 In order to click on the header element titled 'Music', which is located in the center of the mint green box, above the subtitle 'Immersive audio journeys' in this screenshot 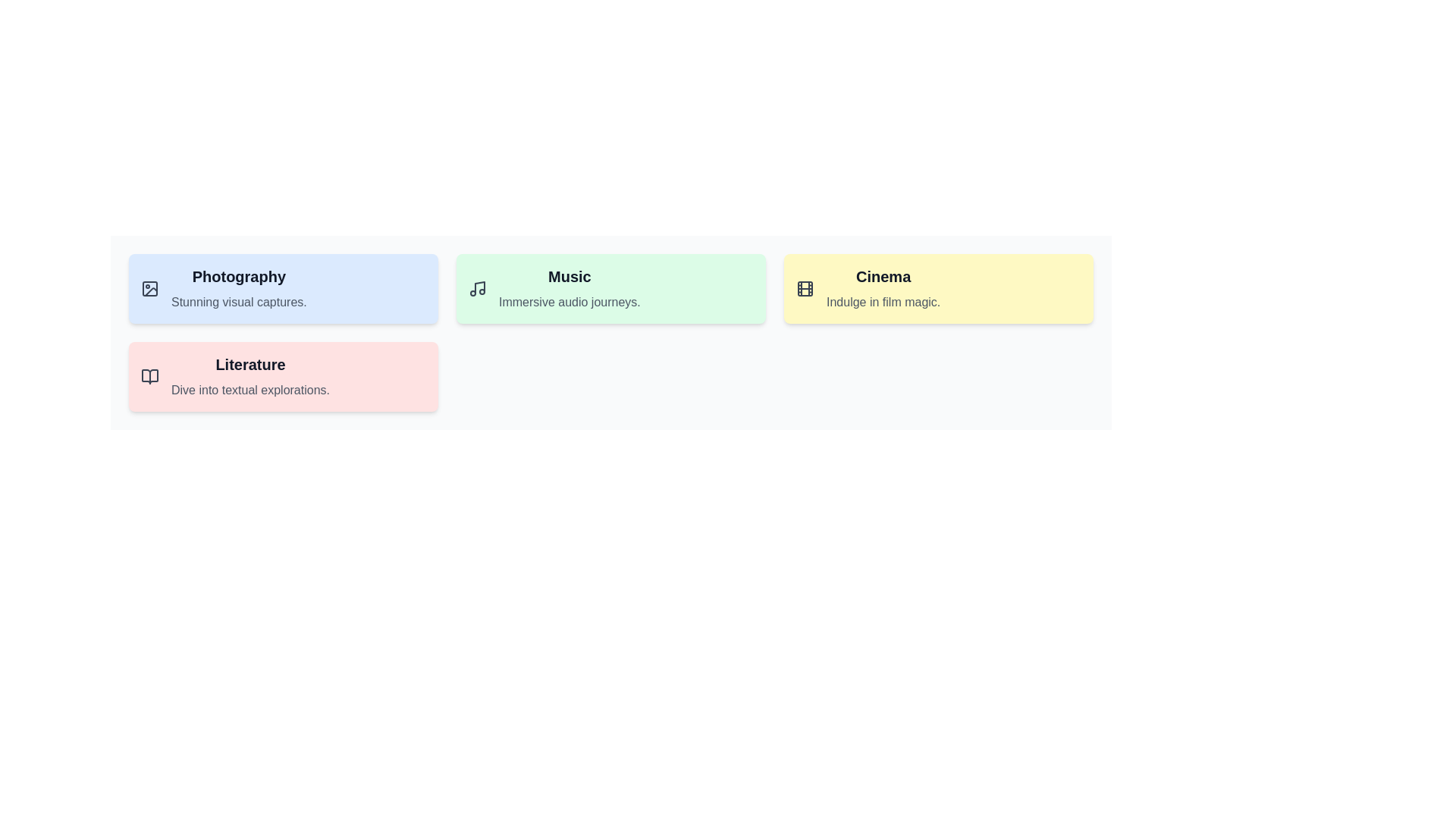, I will do `click(569, 277)`.